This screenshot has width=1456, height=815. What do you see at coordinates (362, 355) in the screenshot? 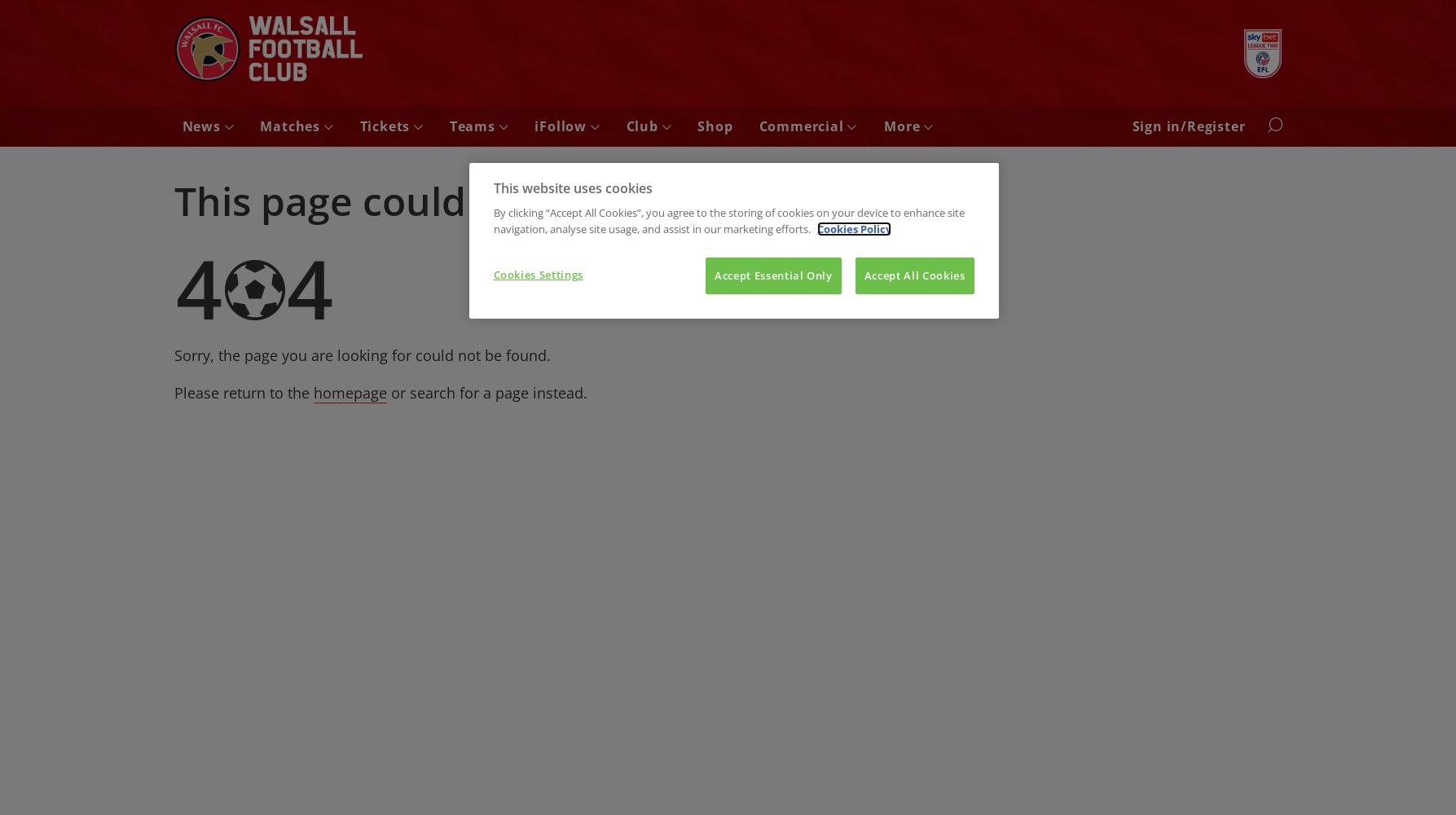
I see `'Sorry, the page you are looking for could not be found.'` at bounding box center [362, 355].